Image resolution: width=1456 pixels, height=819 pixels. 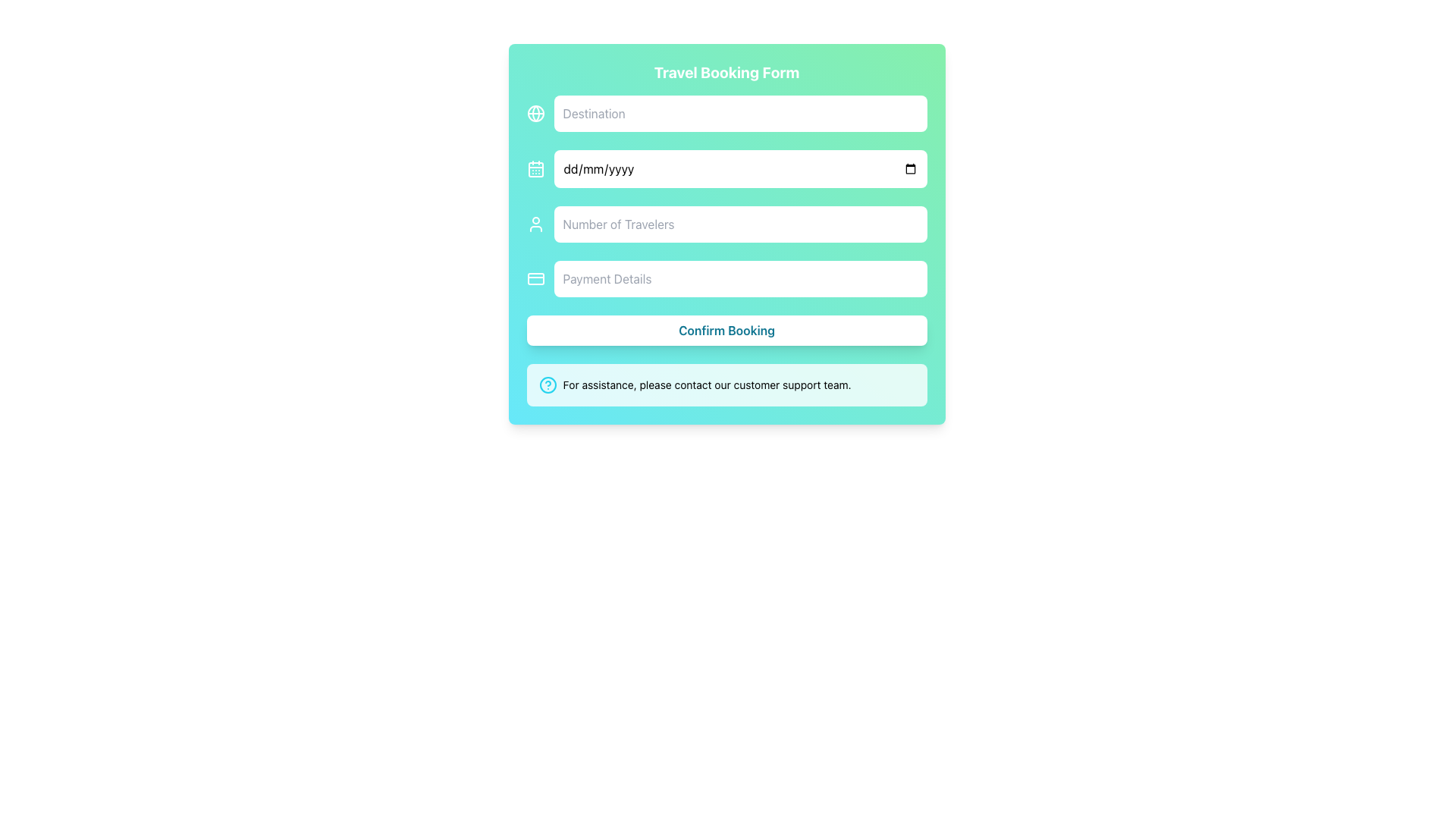 What do you see at coordinates (535, 224) in the screenshot?
I see `the user icon, which is a white outlined graphic consisting of a circular head and a rounded-rectangular body, positioned at the leftmost part of the row containing the 'Number of Travelers' input field in the 'Travel Booking Form'` at bounding box center [535, 224].